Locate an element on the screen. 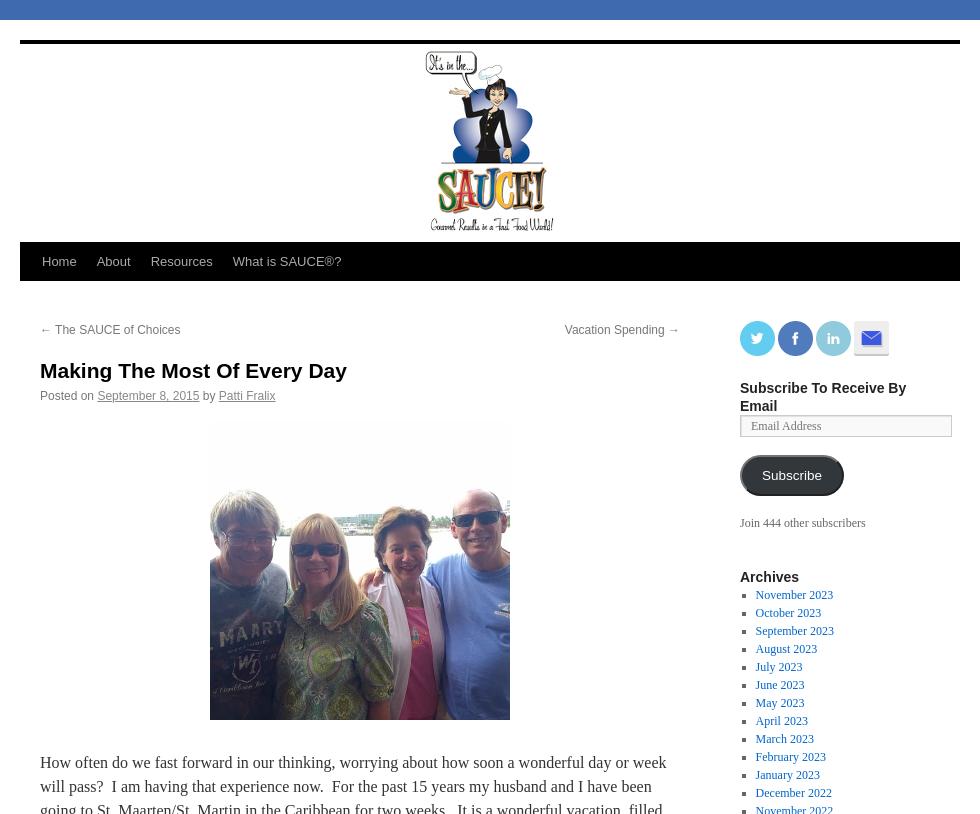 The width and height of the screenshot is (980, 814). 'July 2023' is located at coordinates (754, 666).